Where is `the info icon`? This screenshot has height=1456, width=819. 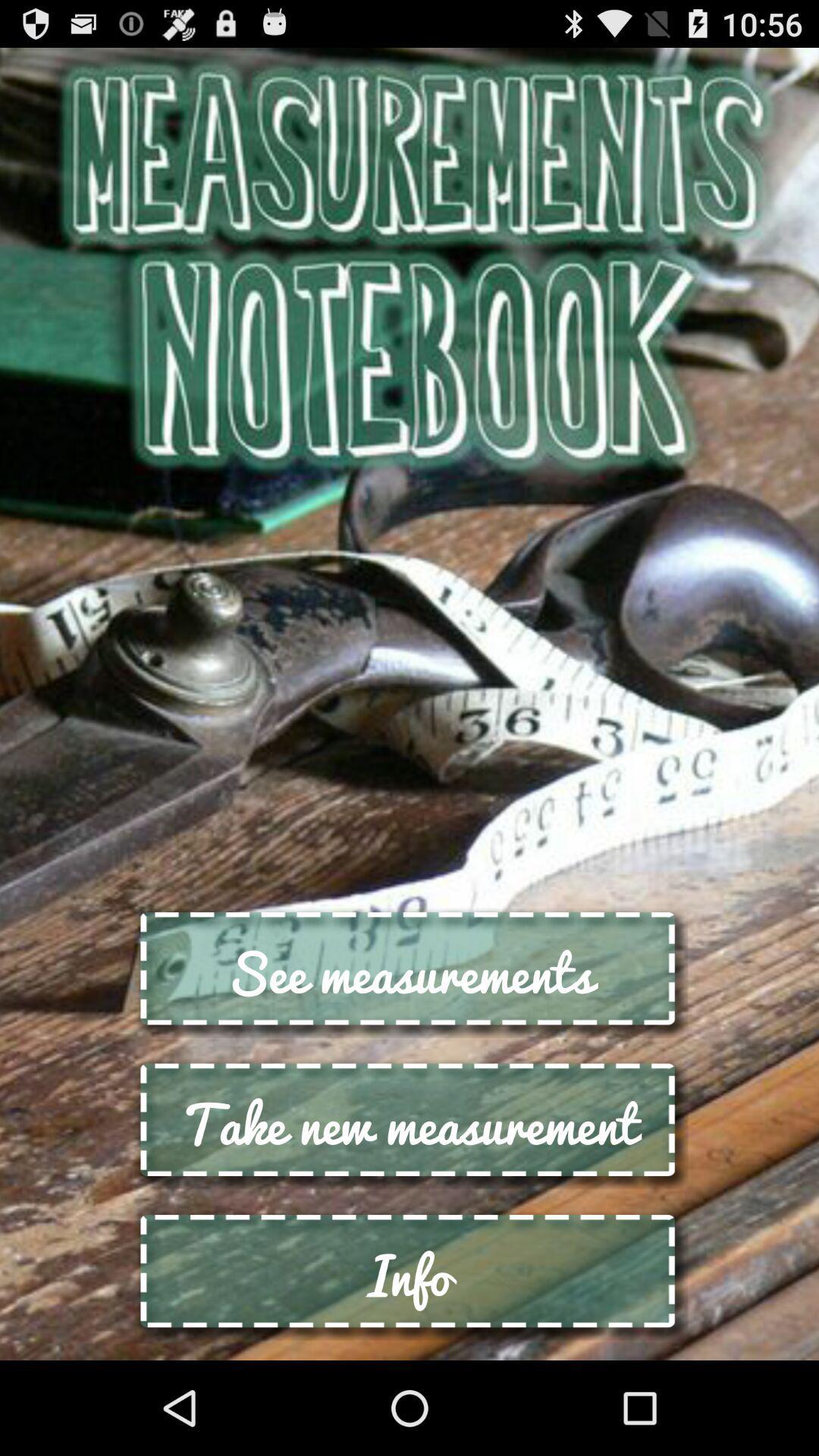
the info icon is located at coordinates (409, 1274).